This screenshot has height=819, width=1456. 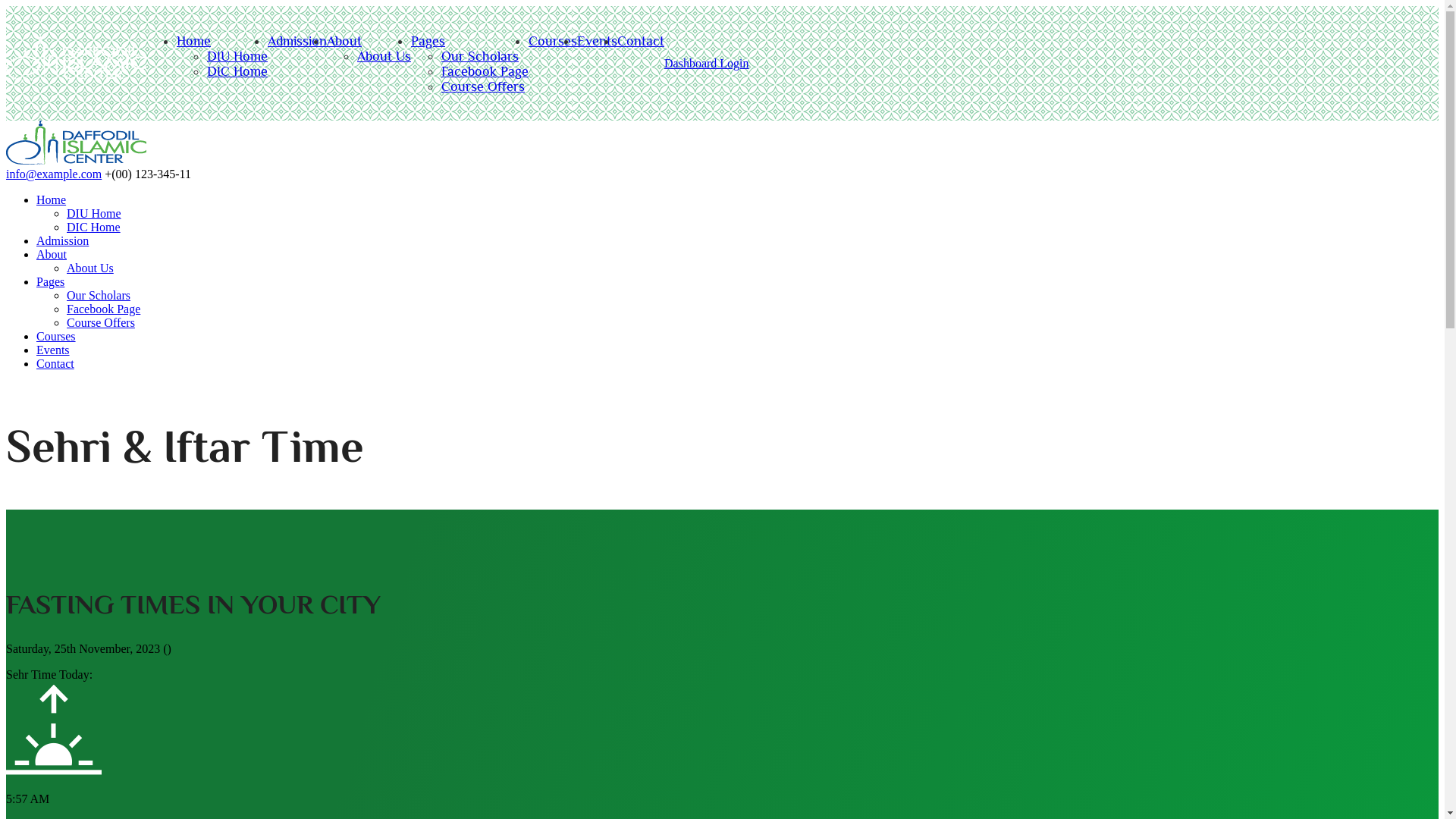 I want to click on 'DIU Home', so click(x=236, y=55).